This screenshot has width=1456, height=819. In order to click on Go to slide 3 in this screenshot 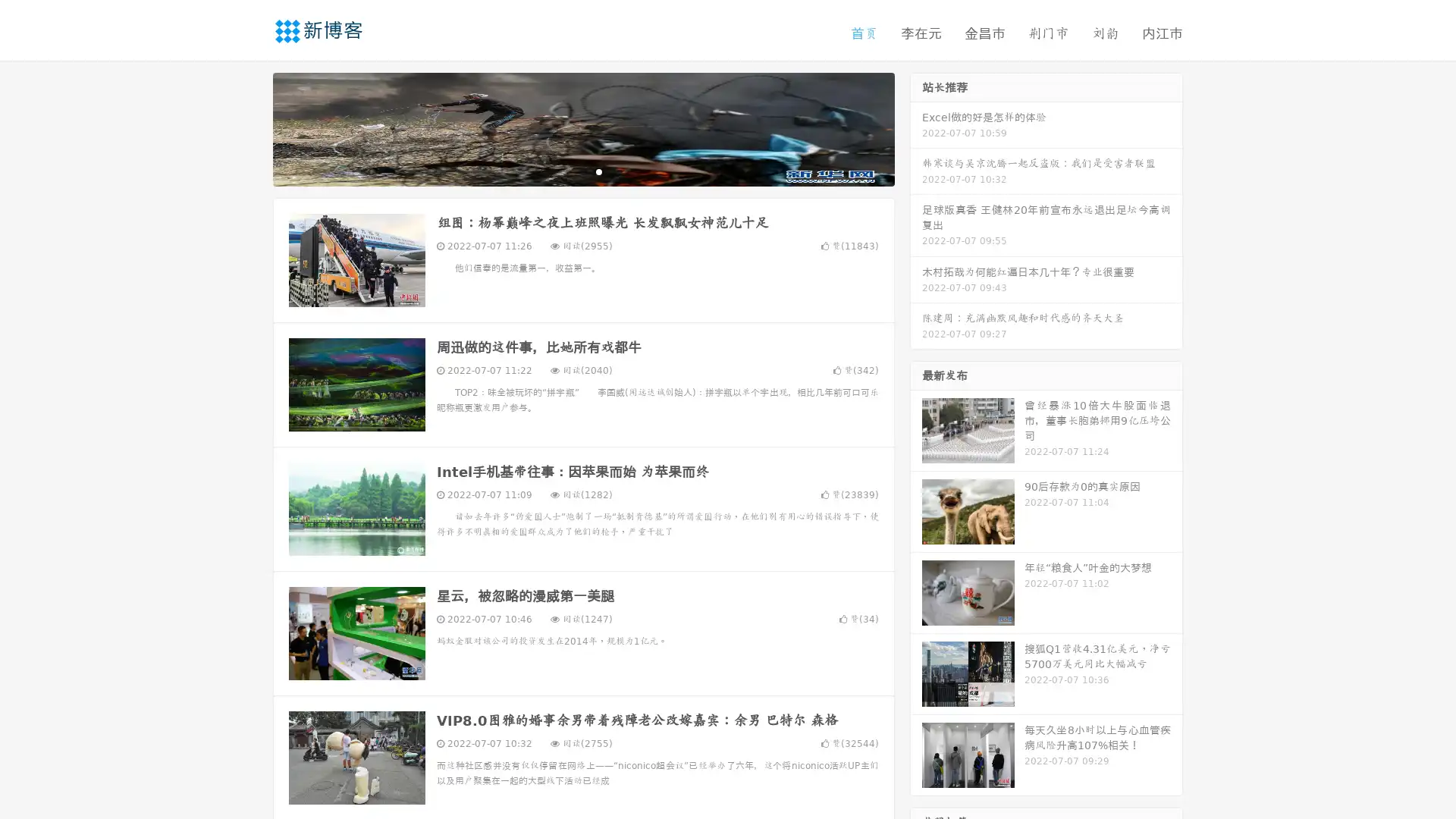, I will do `click(598, 171)`.